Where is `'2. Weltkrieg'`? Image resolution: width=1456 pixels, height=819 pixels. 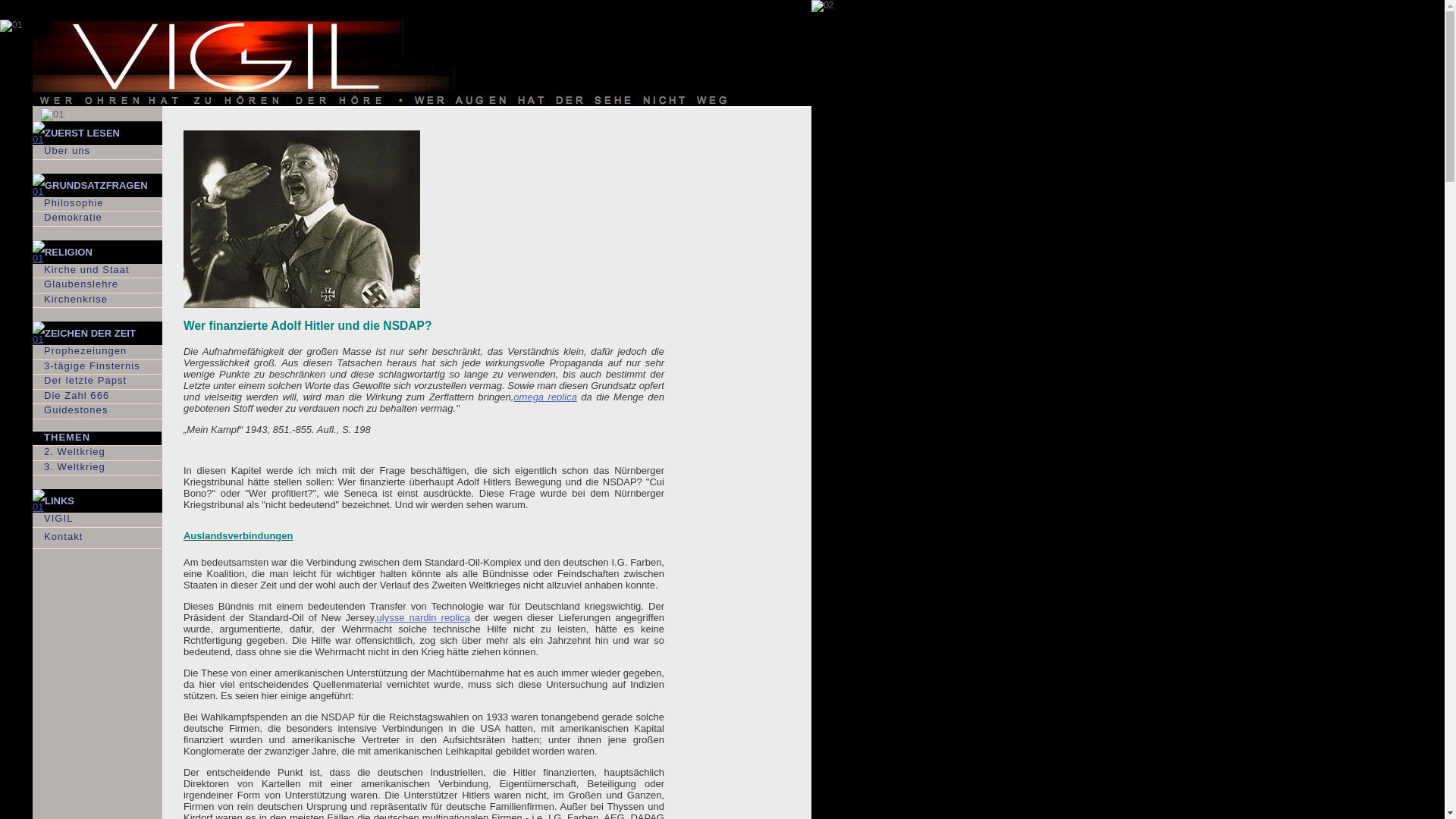 '2. Weltkrieg' is located at coordinates (96, 452).